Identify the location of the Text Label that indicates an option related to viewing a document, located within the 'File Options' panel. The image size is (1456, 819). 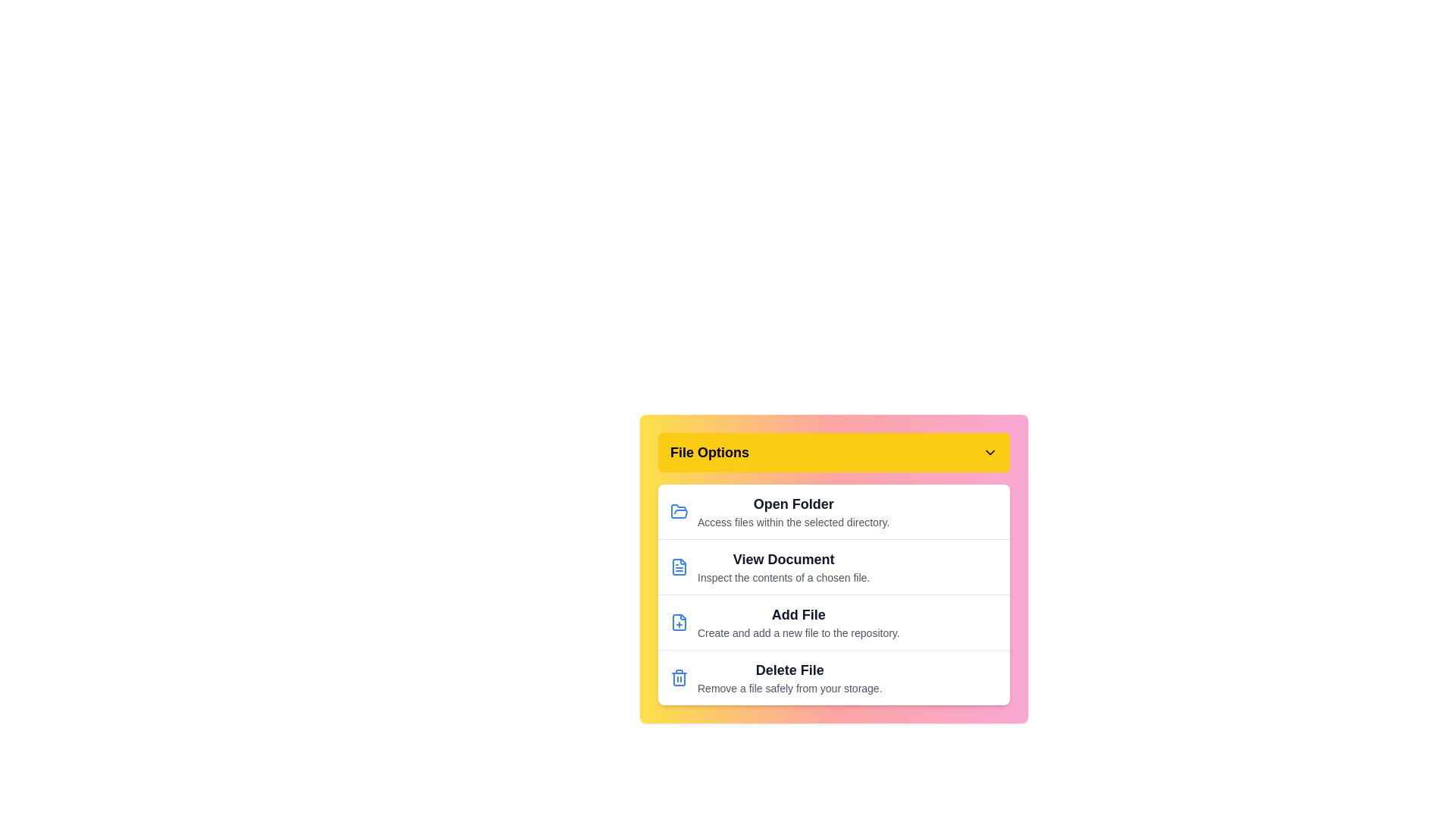
(783, 559).